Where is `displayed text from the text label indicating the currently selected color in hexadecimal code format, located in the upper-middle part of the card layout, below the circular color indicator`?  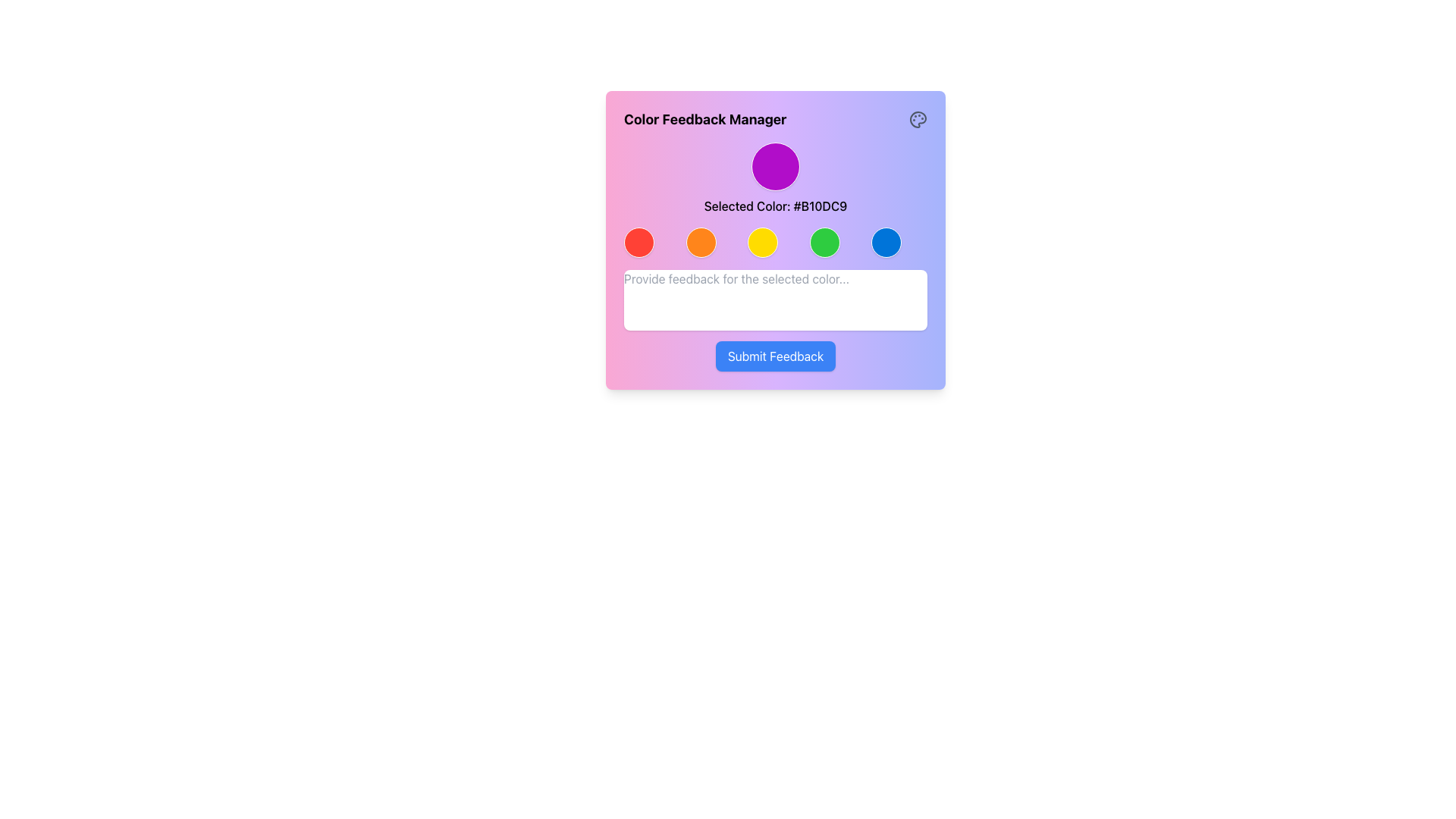 displayed text from the text label indicating the currently selected color in hexadecimal code format, located in the upper-middle part of the card layout, below the circular color indicator is located at coordinates (775, 206).